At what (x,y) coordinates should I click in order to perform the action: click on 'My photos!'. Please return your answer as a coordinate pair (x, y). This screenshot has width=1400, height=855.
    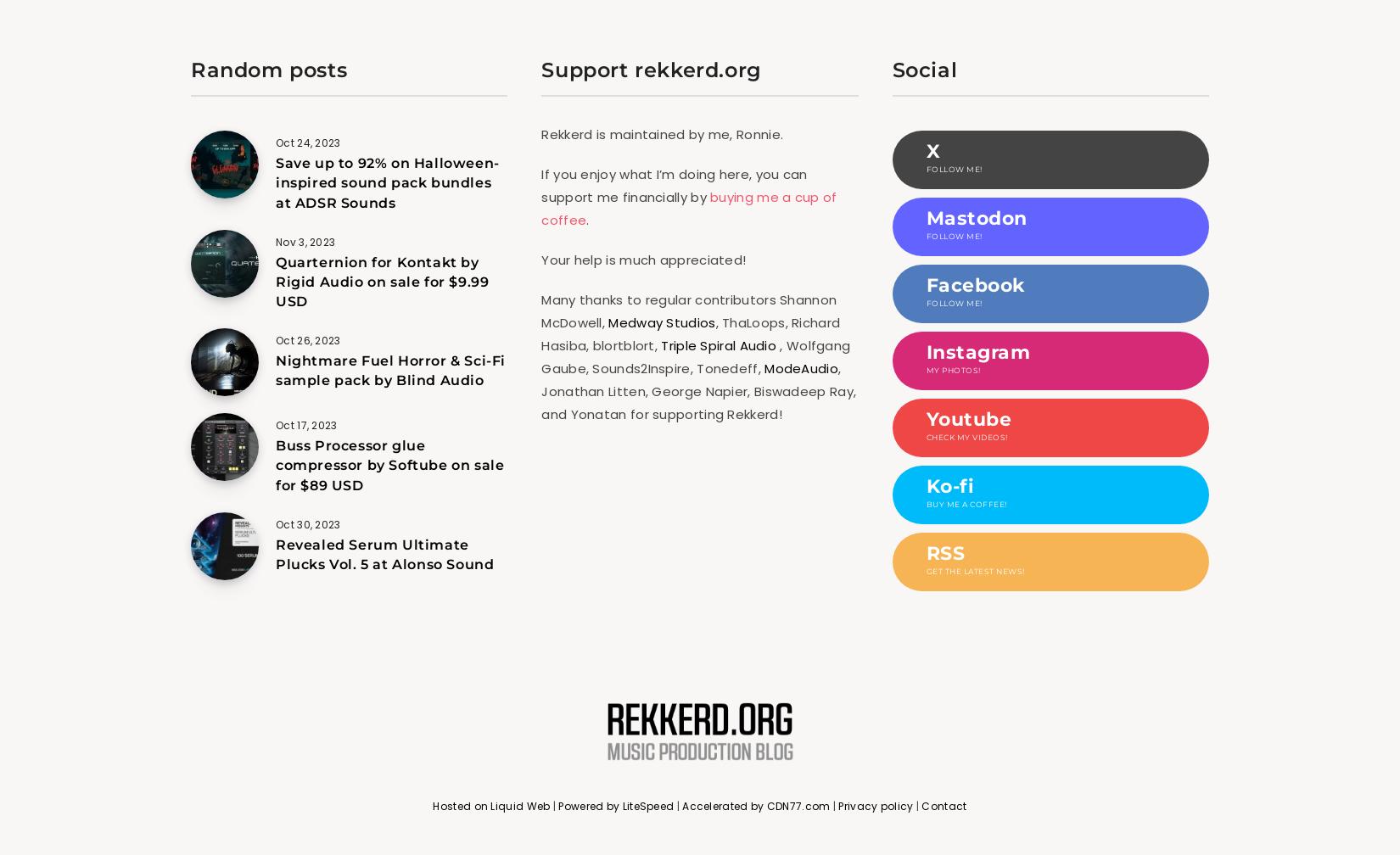
    Looking at the image, I should click on (952, 370).